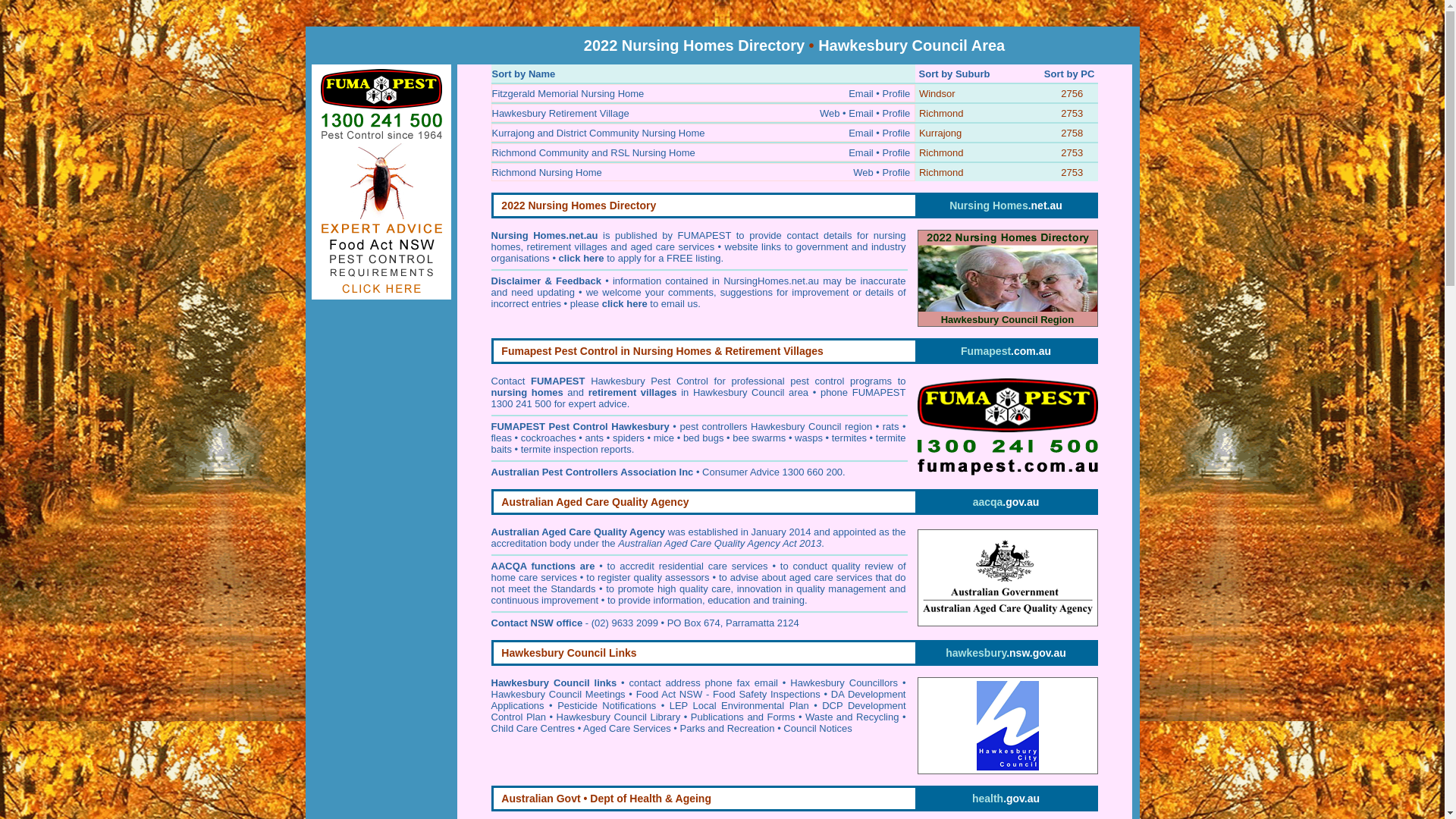  What do you see at coordinates (783, 727) in the screenshot?
I see `'Council Notices'` at bounding box center [783, 727].